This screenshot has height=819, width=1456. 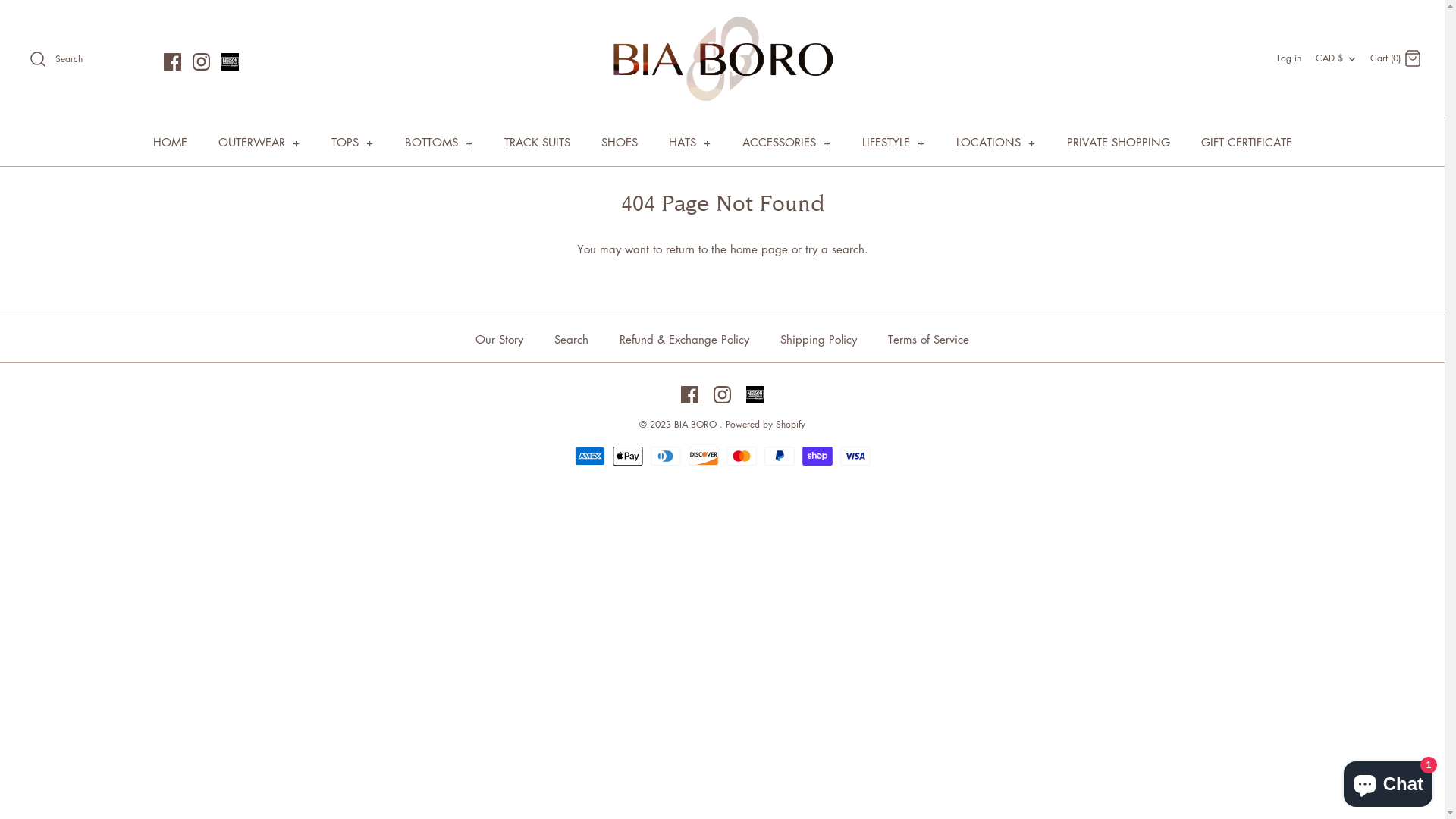 What do you see at coordinates (619, 142) in the screenshot?
I see `'SHOES'` at bounding box center [619, 142].